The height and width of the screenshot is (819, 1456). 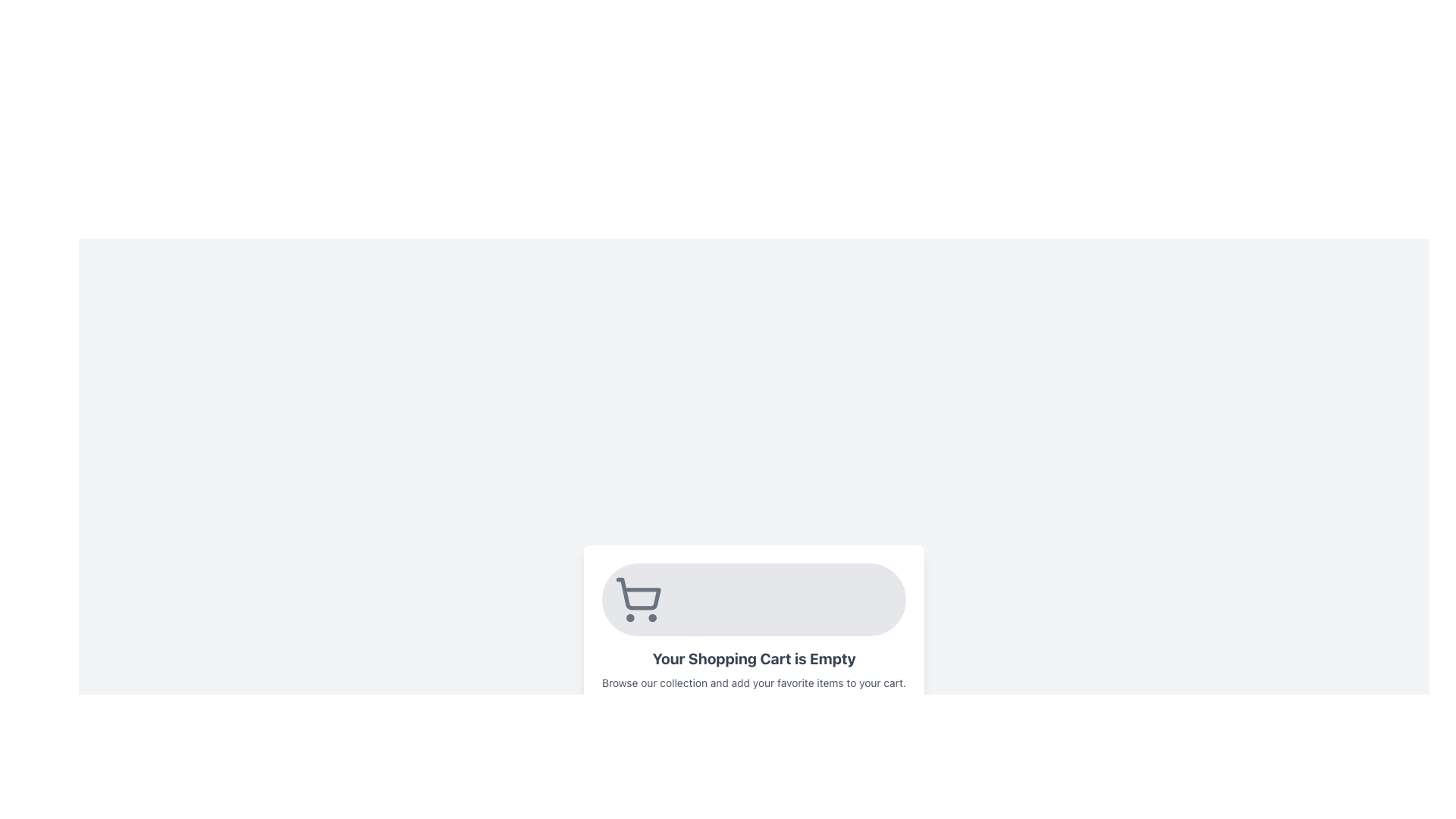 What do you see at coordinates (639, 598) in the screenshot?
I see `the shopping cart icon which is visually represented on a rounded rectangular gray background, located above the text 'Your Shopping Cart is Empty'` at bounding box center [639, 598].